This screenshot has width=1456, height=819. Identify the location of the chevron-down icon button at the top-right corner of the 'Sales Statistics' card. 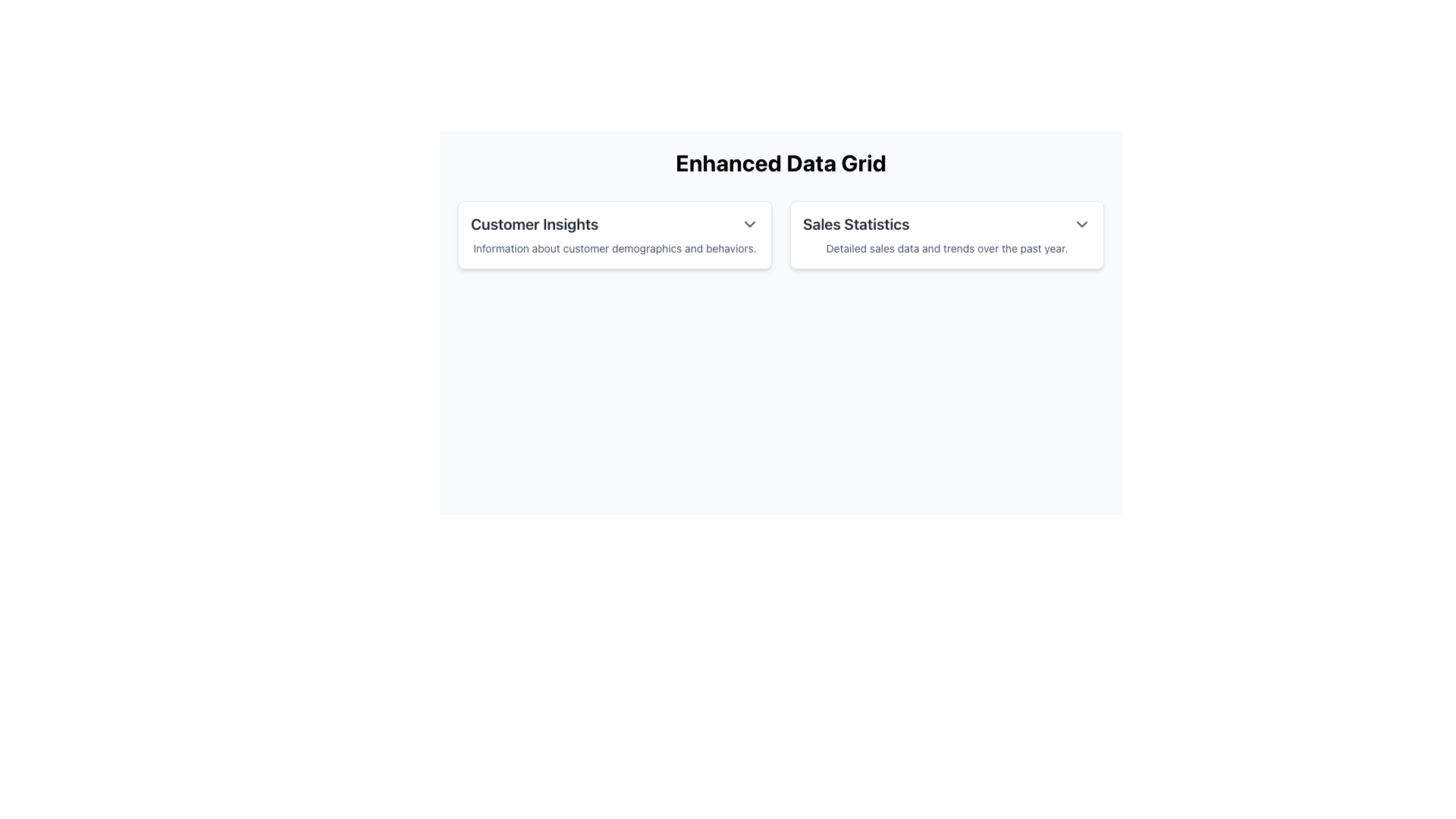
(1081, 224).